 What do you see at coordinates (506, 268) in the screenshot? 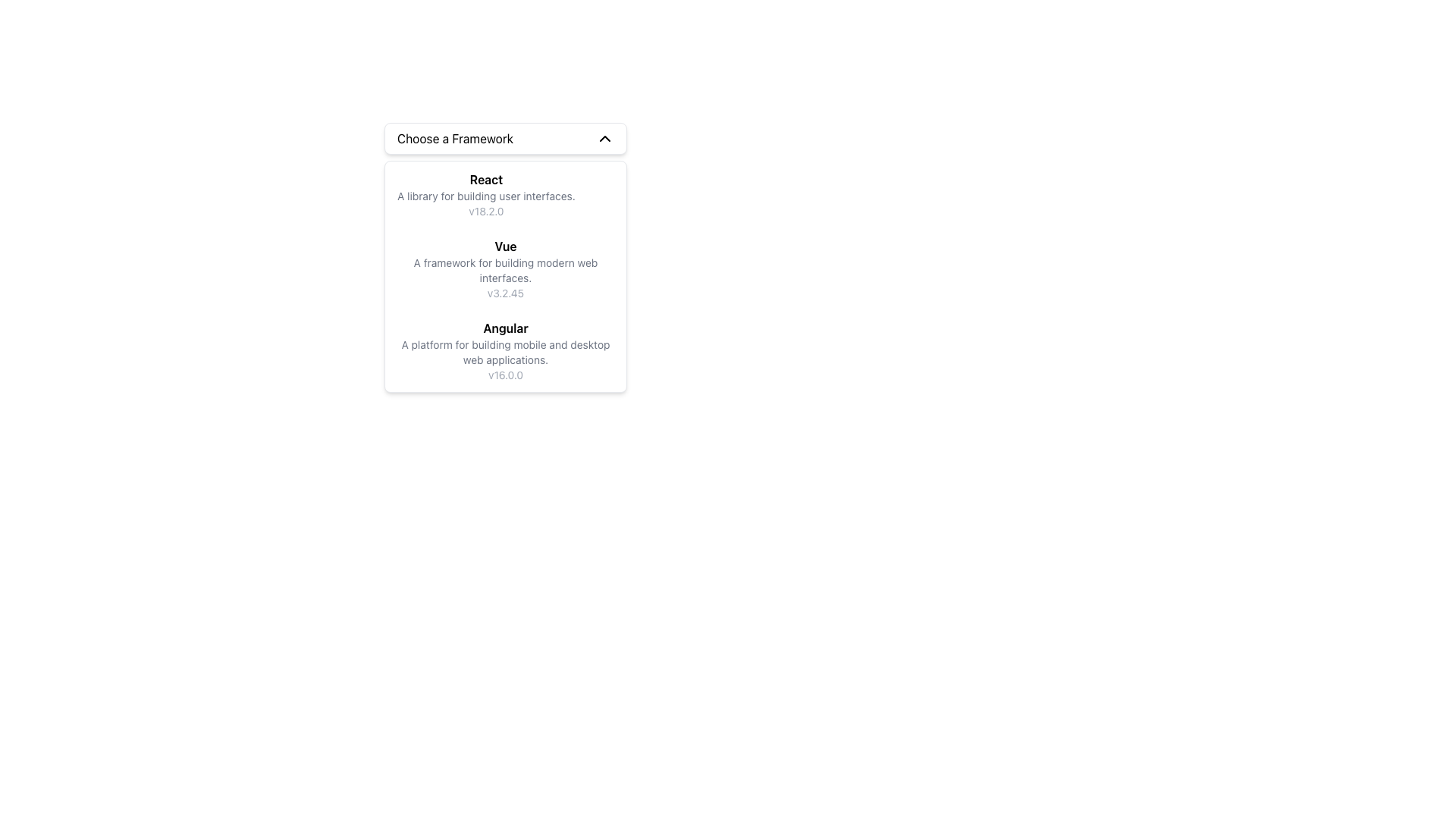
I see `the center of the selectable list item representing the 'Vue' framework` at bounding box center [506, 268].